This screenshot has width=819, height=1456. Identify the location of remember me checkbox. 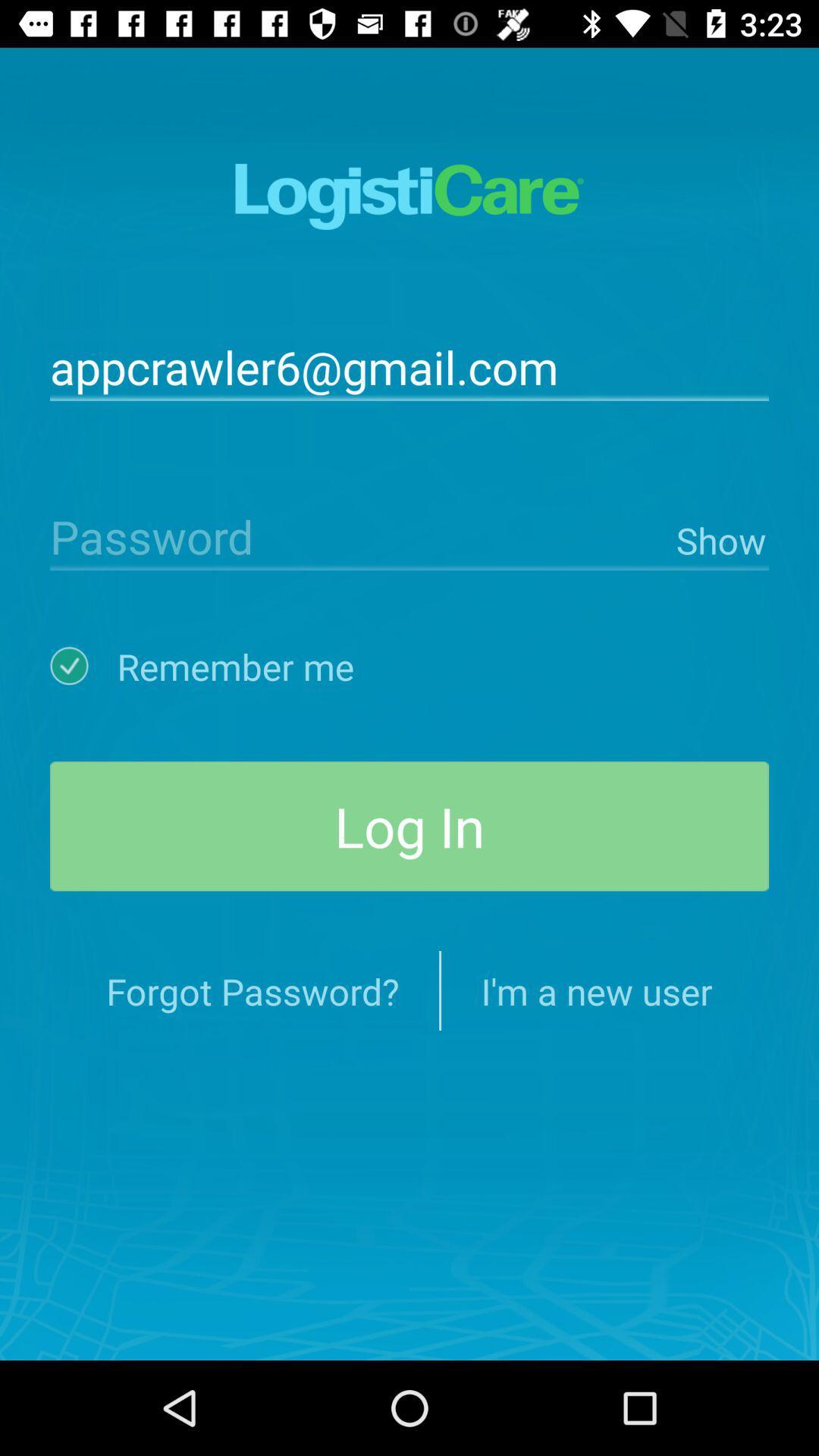
(83, 666).